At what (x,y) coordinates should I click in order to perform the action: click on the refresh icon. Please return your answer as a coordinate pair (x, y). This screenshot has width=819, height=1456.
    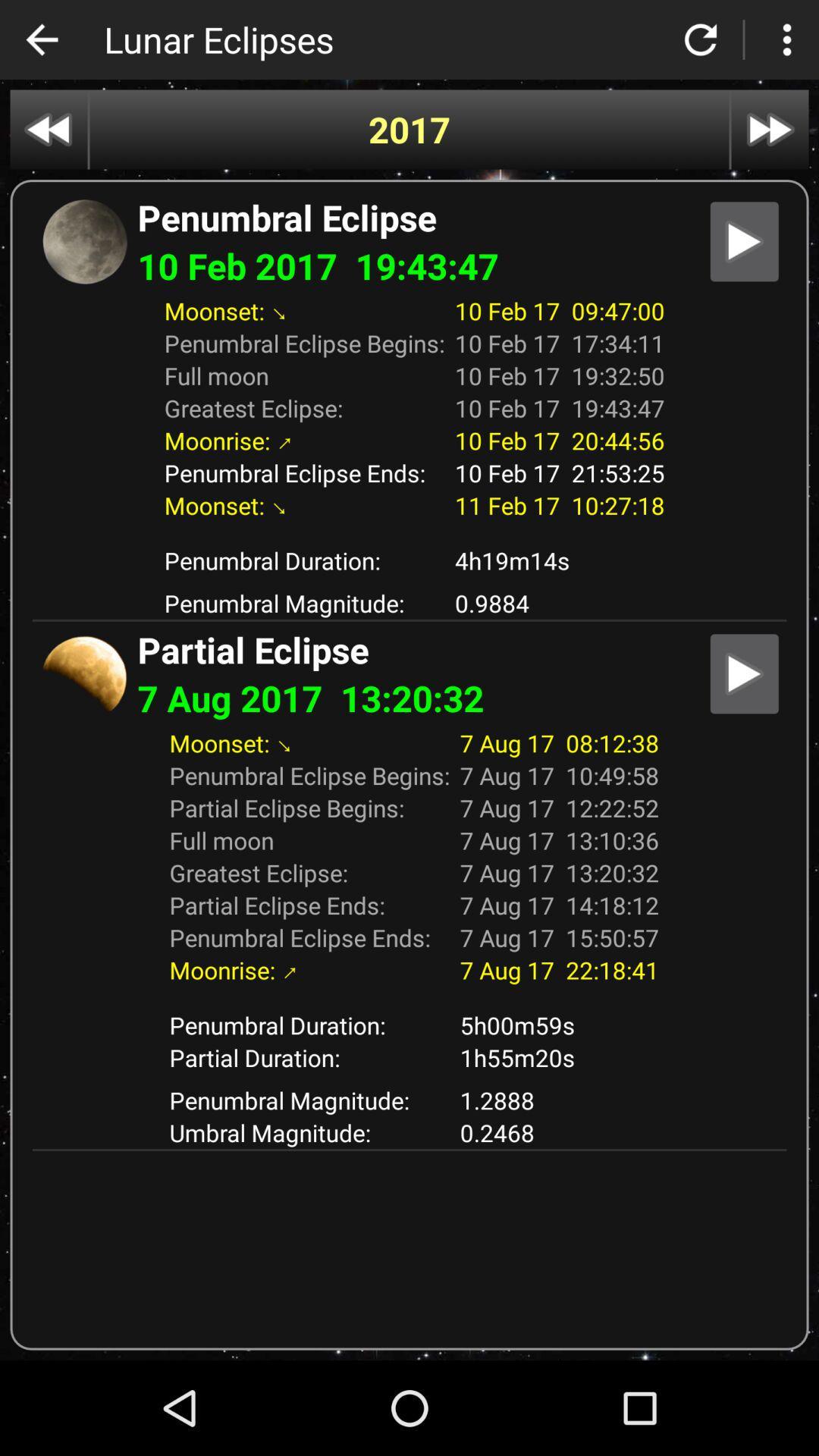
    Looking at the image, I should click on (701, 39).